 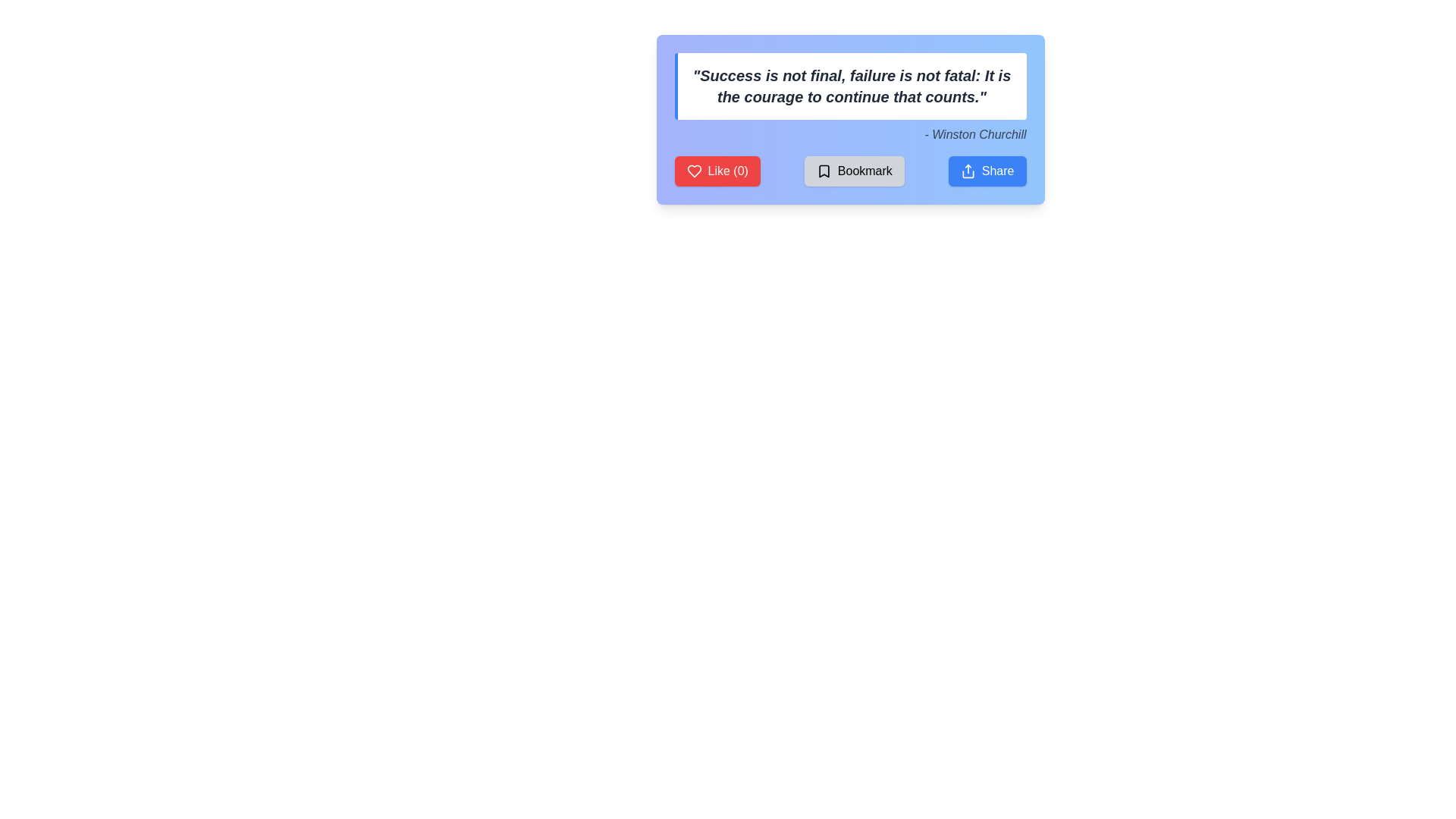 What do you see at coordinates (998, 171) in the screenshot?
I see `the 'Share' text label within the button located at the bottom-right side of the card layout` at bounding box center [998, 171].